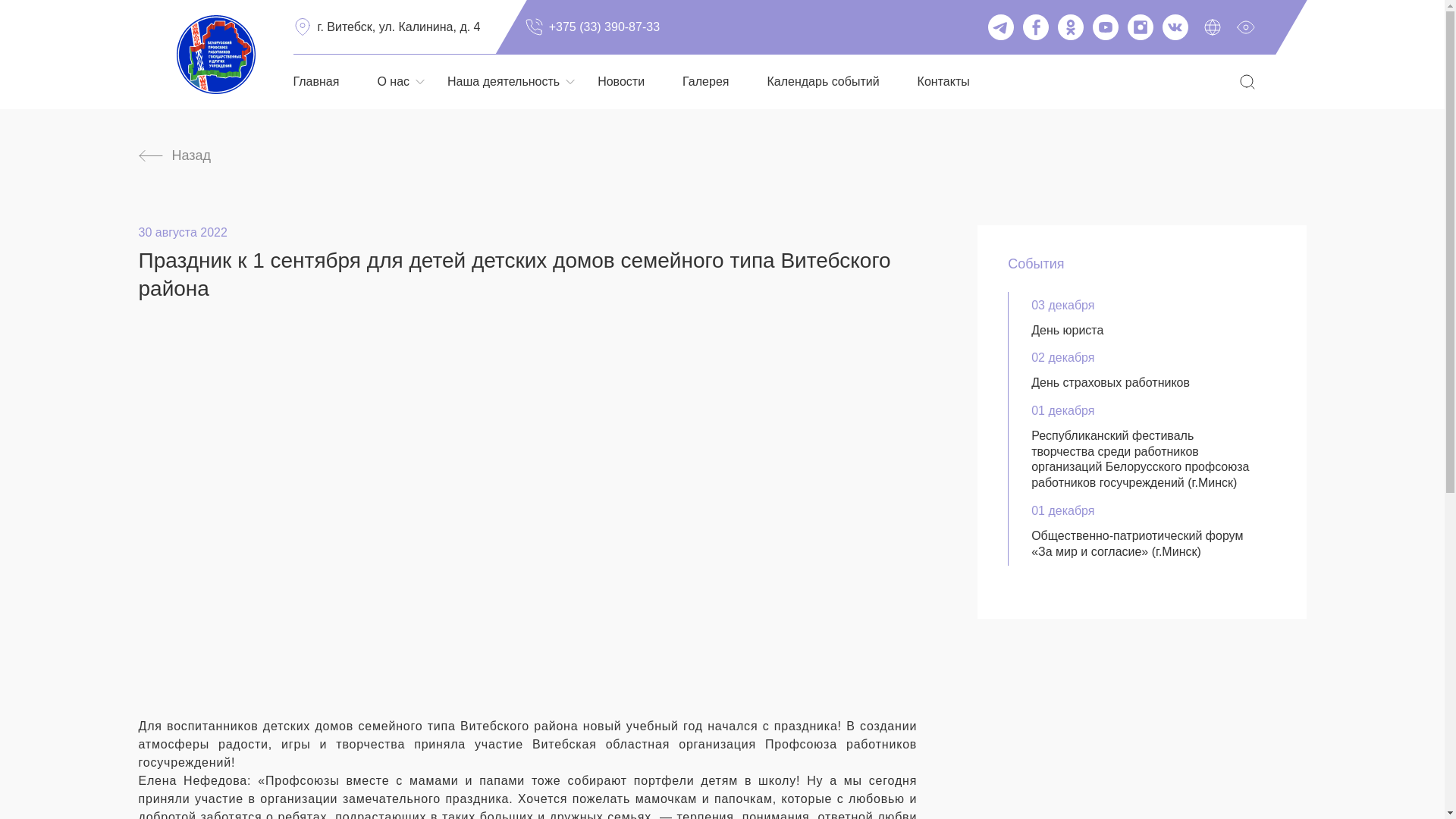 The height and width of the screenshot is (819, 1456). Describe the element at coordinates (524, 27) in the screenshot. I see `'+375 (33) 390-87-33'` at that location.